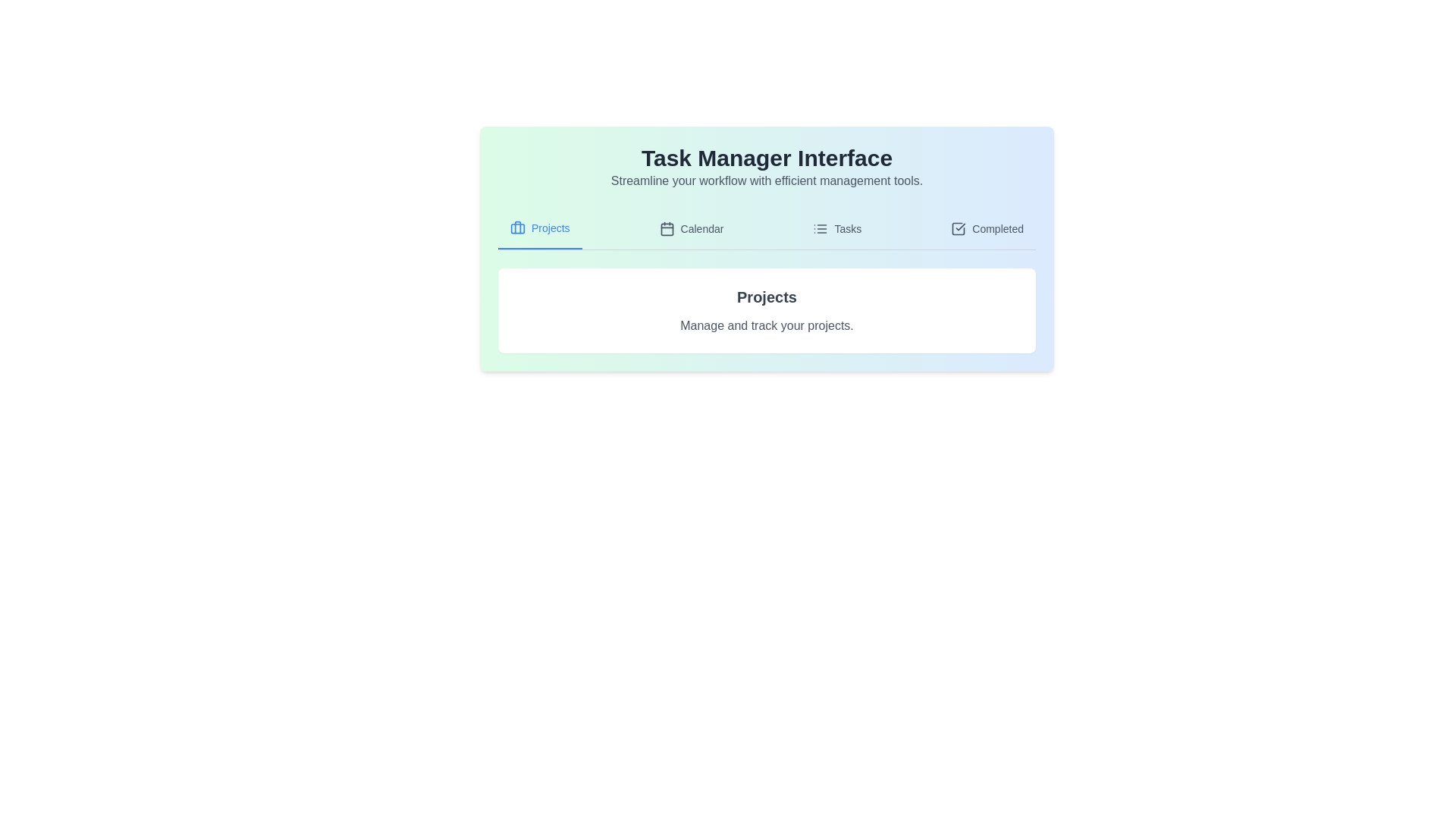  What do you see at coordinates (691, 228) in the screenshot?
I see `the tab labeled 'Calendar' to observe the visual cue` at bounding box center [691, 228].